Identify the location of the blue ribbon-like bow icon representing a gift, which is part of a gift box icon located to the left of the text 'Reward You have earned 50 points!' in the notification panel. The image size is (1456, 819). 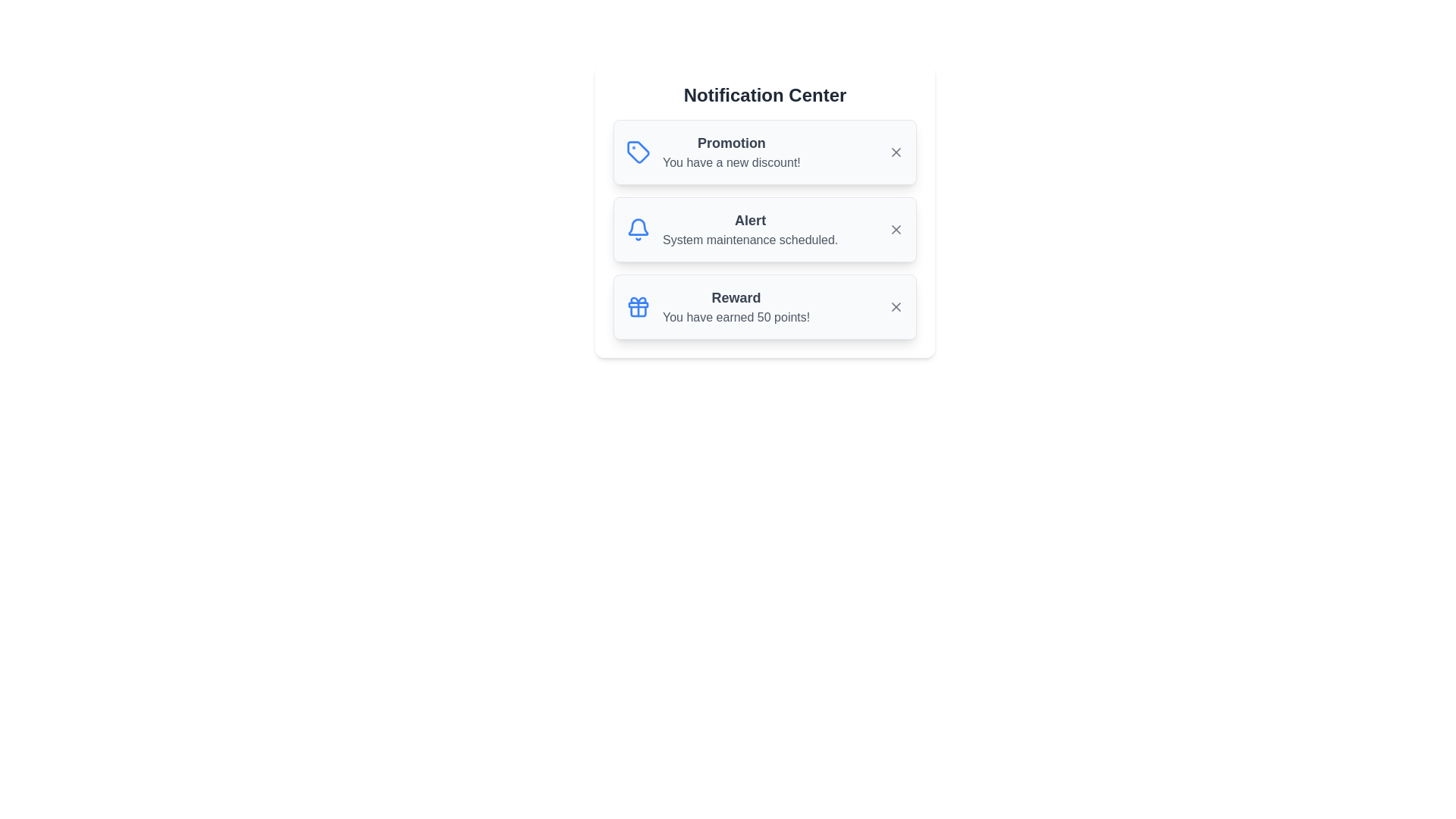
(638, 300).